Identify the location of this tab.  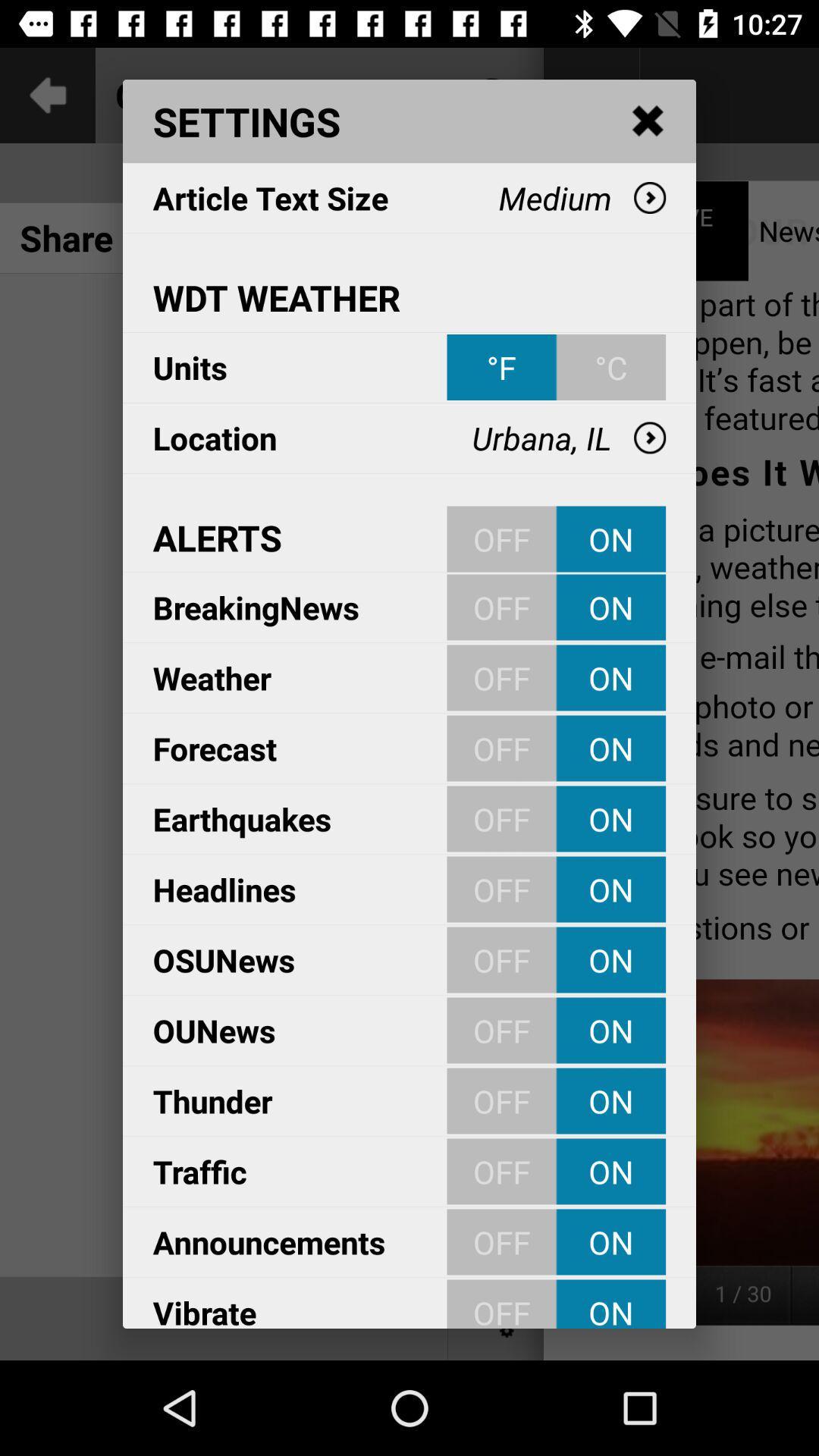
(648, 121).